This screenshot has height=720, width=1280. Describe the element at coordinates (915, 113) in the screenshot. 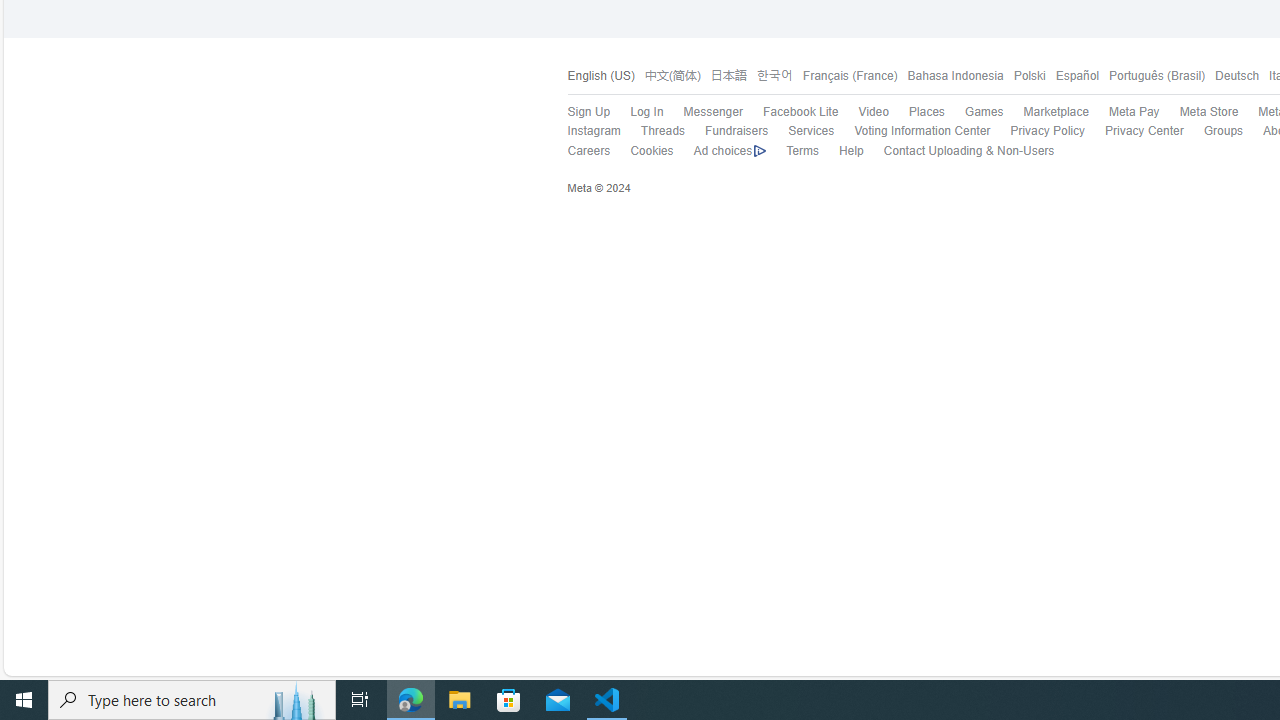

I see `'Places'` at that location.